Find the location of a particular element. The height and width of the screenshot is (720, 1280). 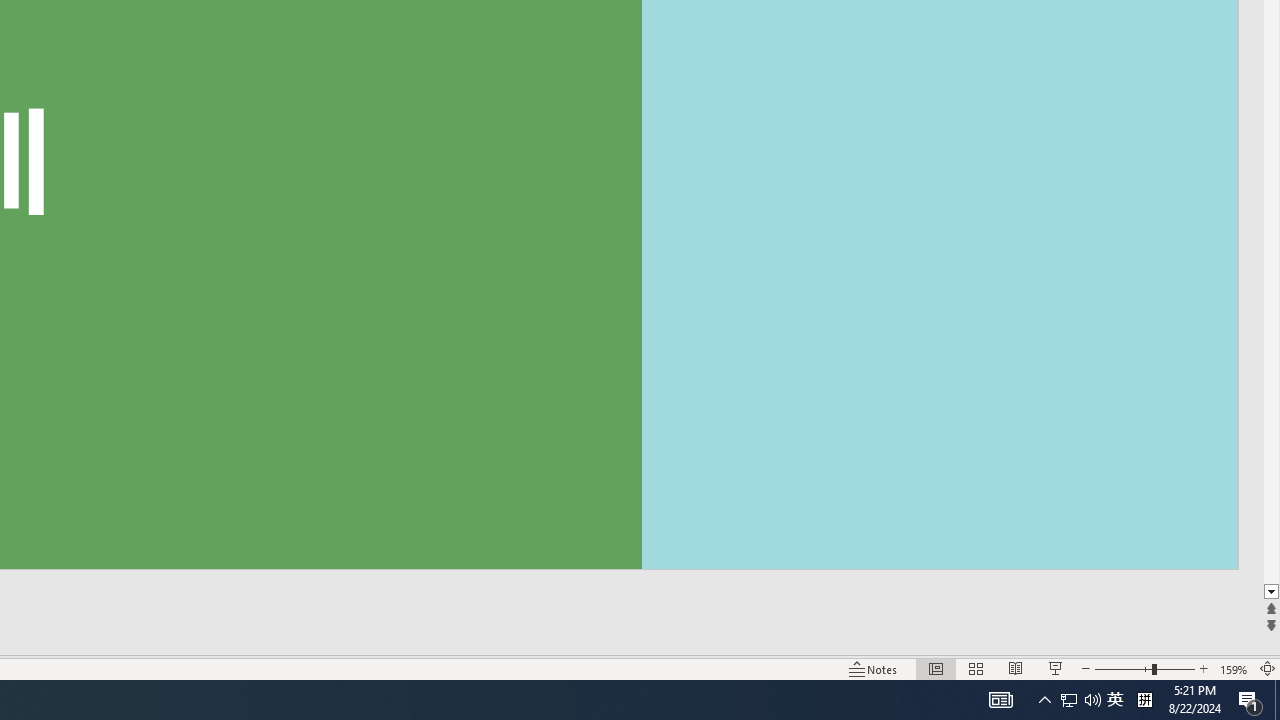

'Action Center, 1 new notification' is located at coordinates (1250, 698).